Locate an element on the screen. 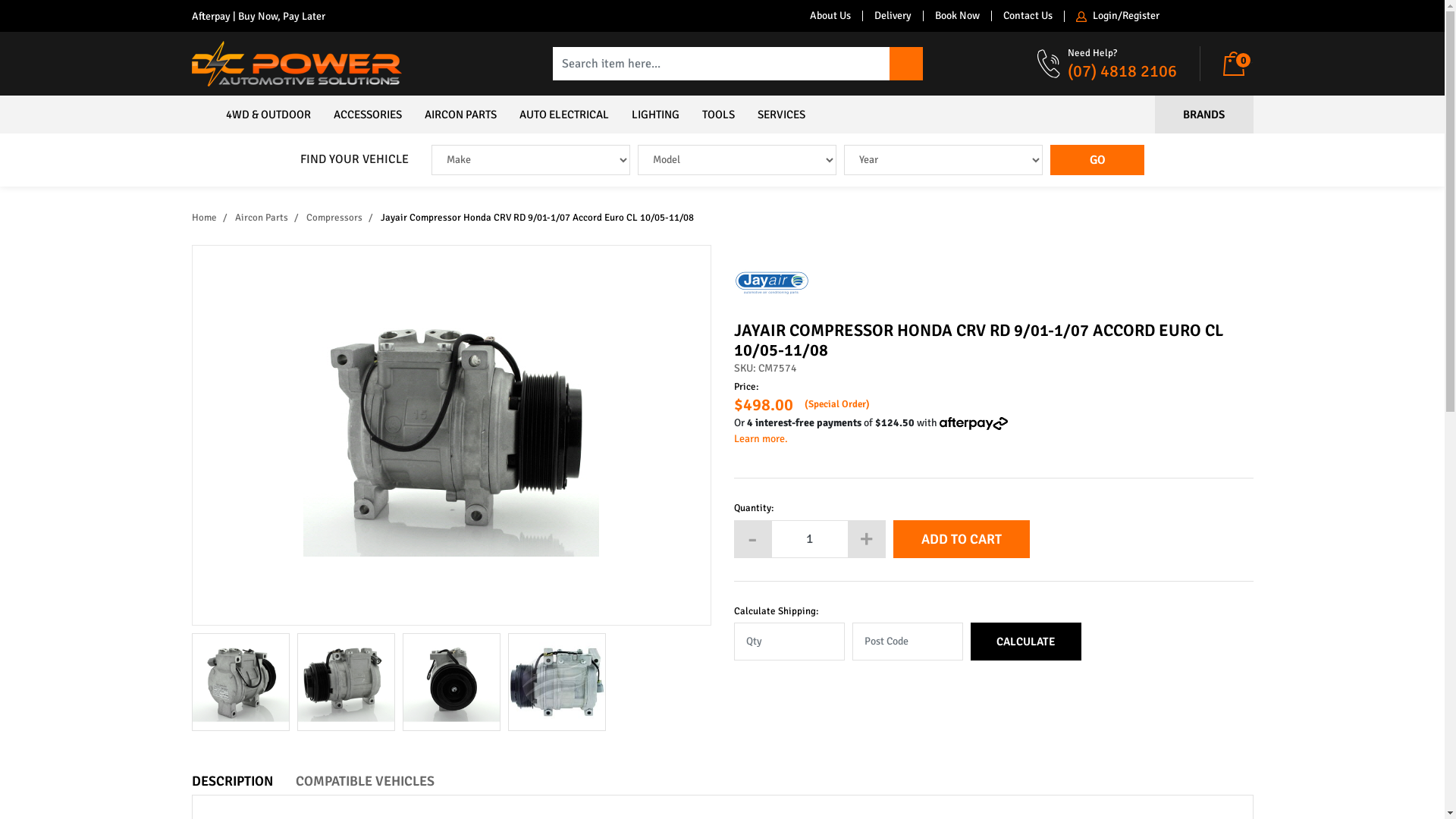 The image size is (1456, 819). 'Book Now' is located at coordinates (955, 15).